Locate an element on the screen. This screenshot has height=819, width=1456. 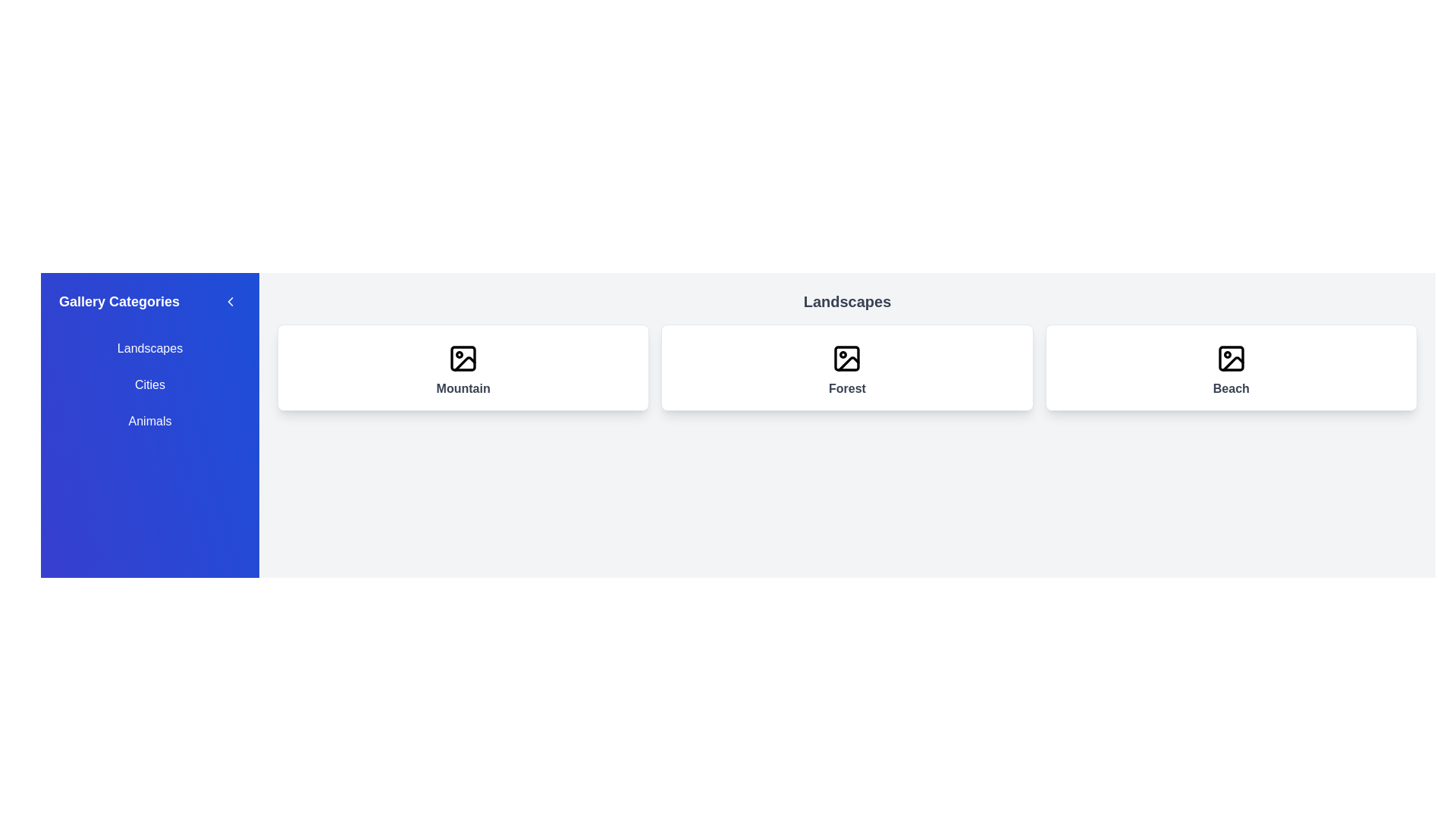
the small left-pointing arrow icon button with a blue background located adjacent to the 'Gallery Categories' section is located at coordinates (229, 301).